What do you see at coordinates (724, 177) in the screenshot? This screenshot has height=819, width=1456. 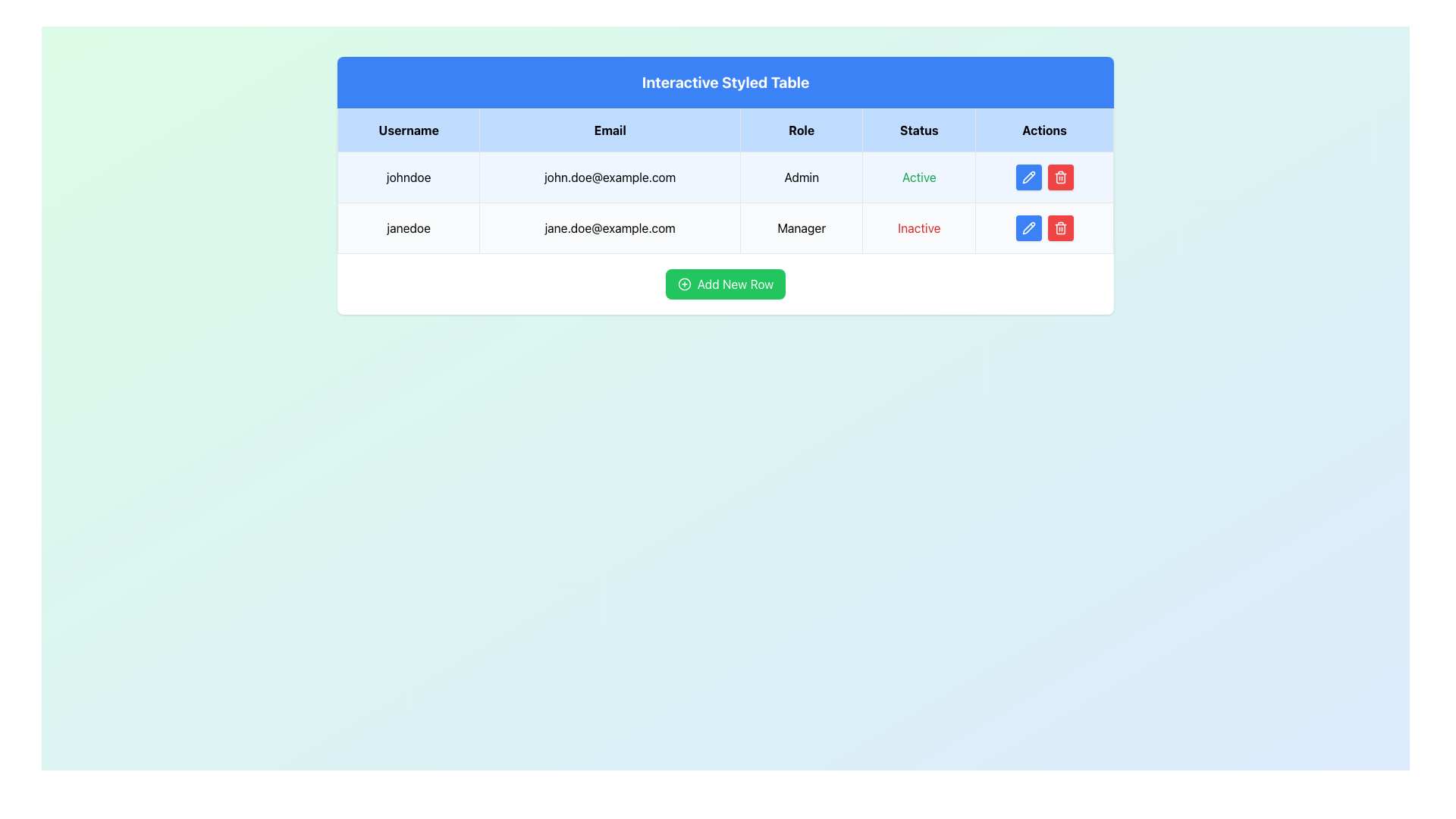 I see `the first row of the user information table` at bounding box center [724, 177].